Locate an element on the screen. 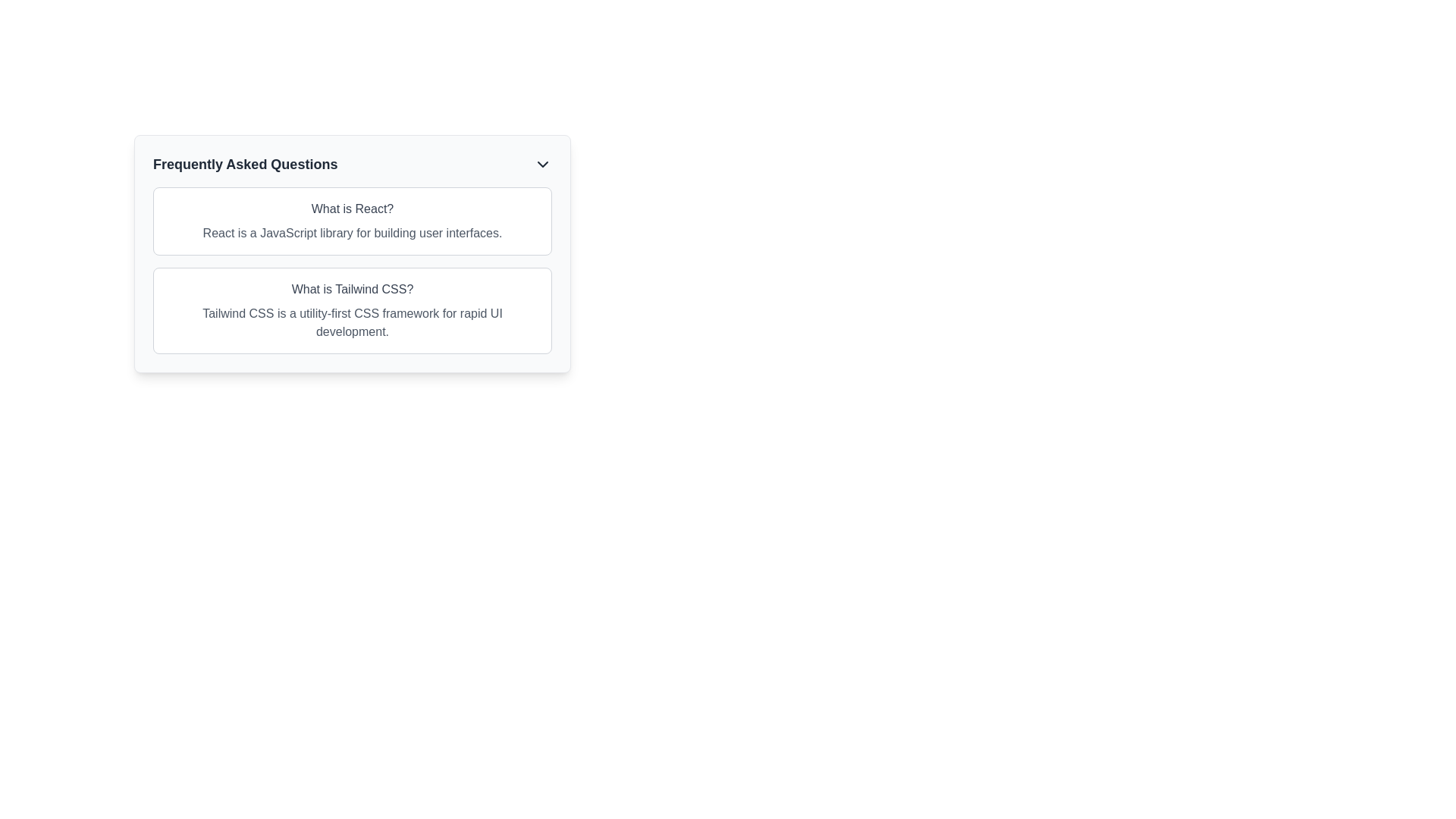 Image resolution: width=1456 pixels, height=819 pixels. the Collapsible Header of the Frequently Asked Questions section for accessibility purposes is located at coordinates (352, 164).